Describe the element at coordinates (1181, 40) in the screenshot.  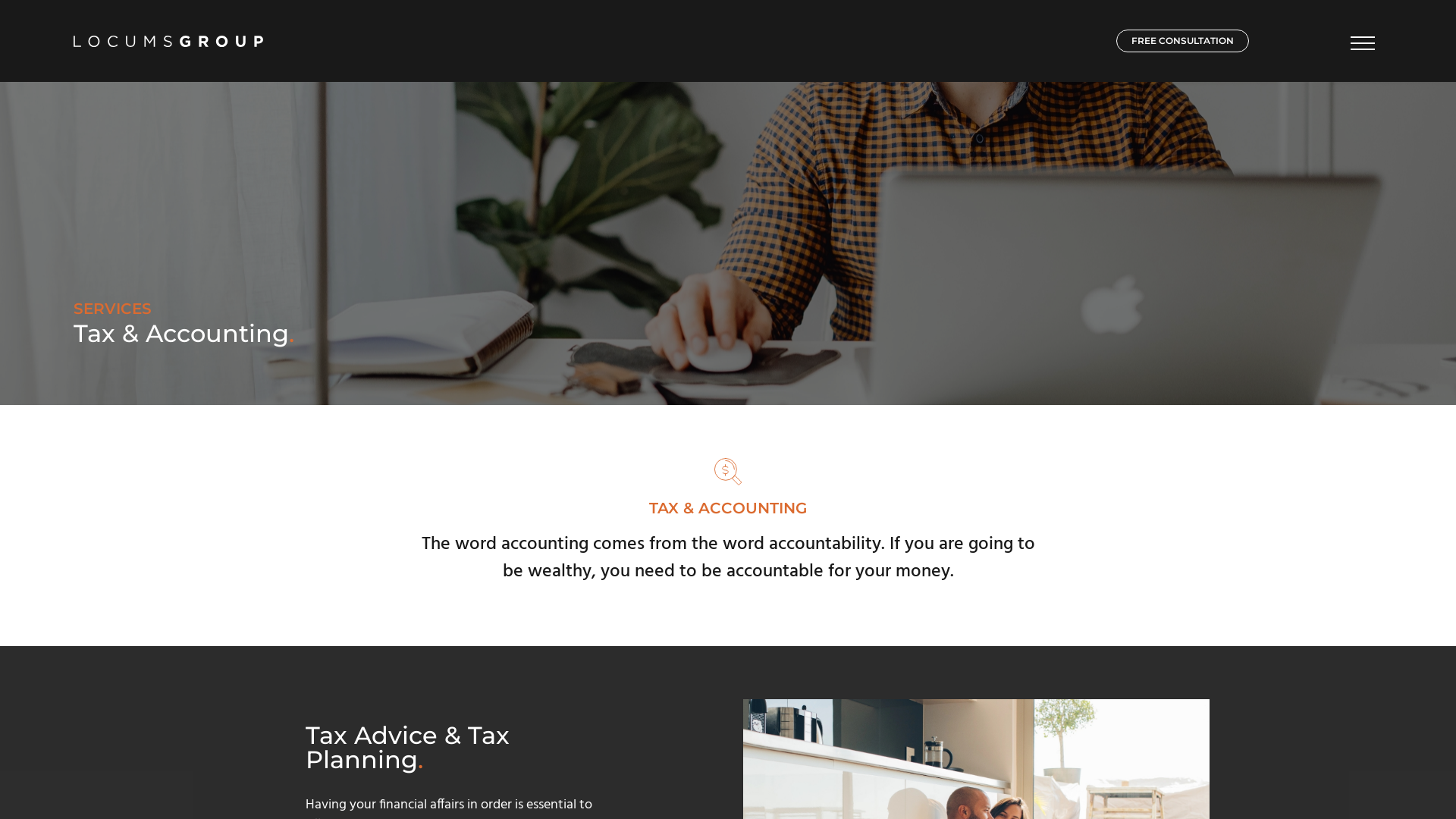
I see `'FREE CONSULTATION'` at that location.